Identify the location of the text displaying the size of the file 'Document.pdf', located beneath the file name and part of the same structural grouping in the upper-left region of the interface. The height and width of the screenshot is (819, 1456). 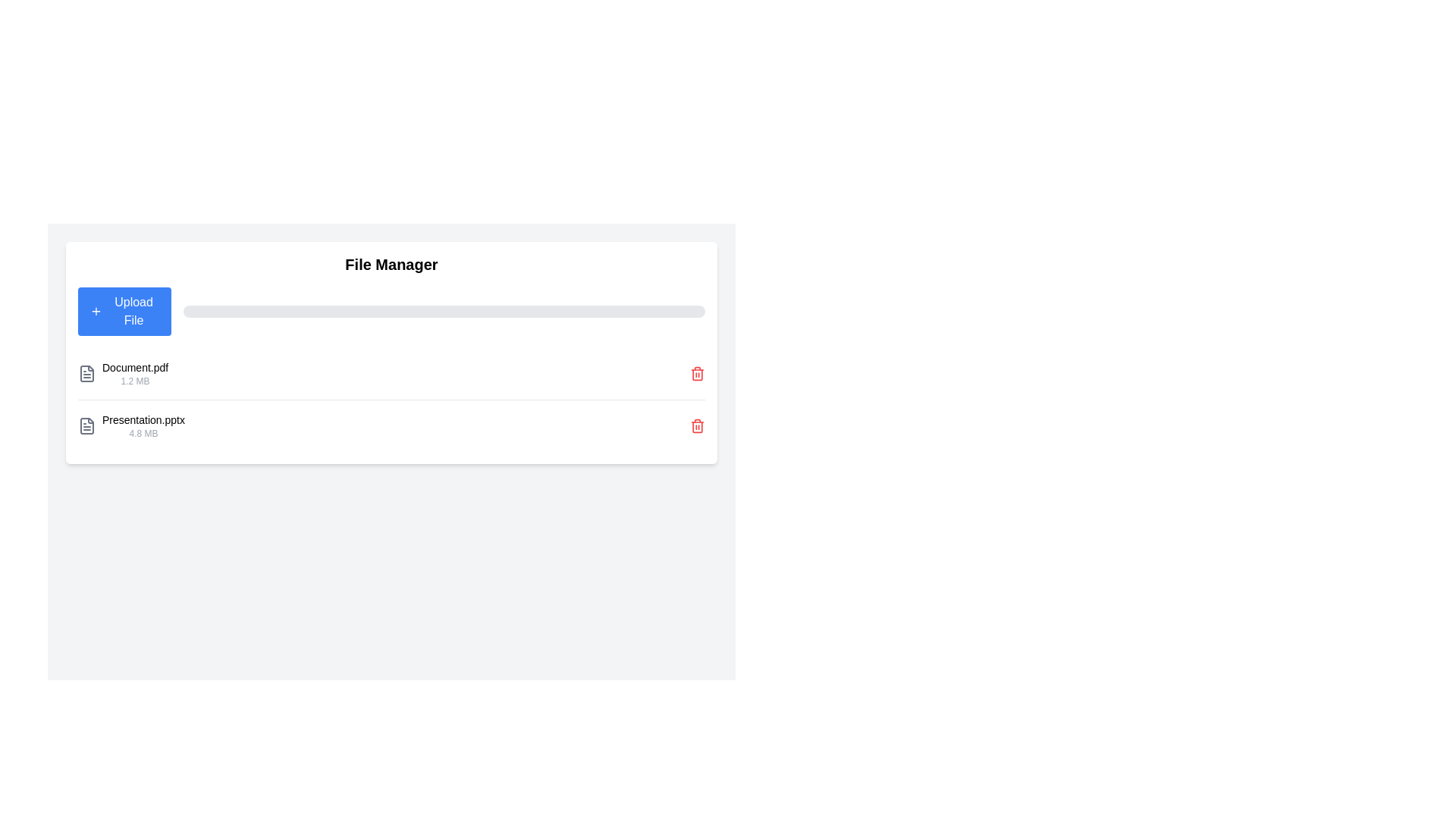
(135, 380).